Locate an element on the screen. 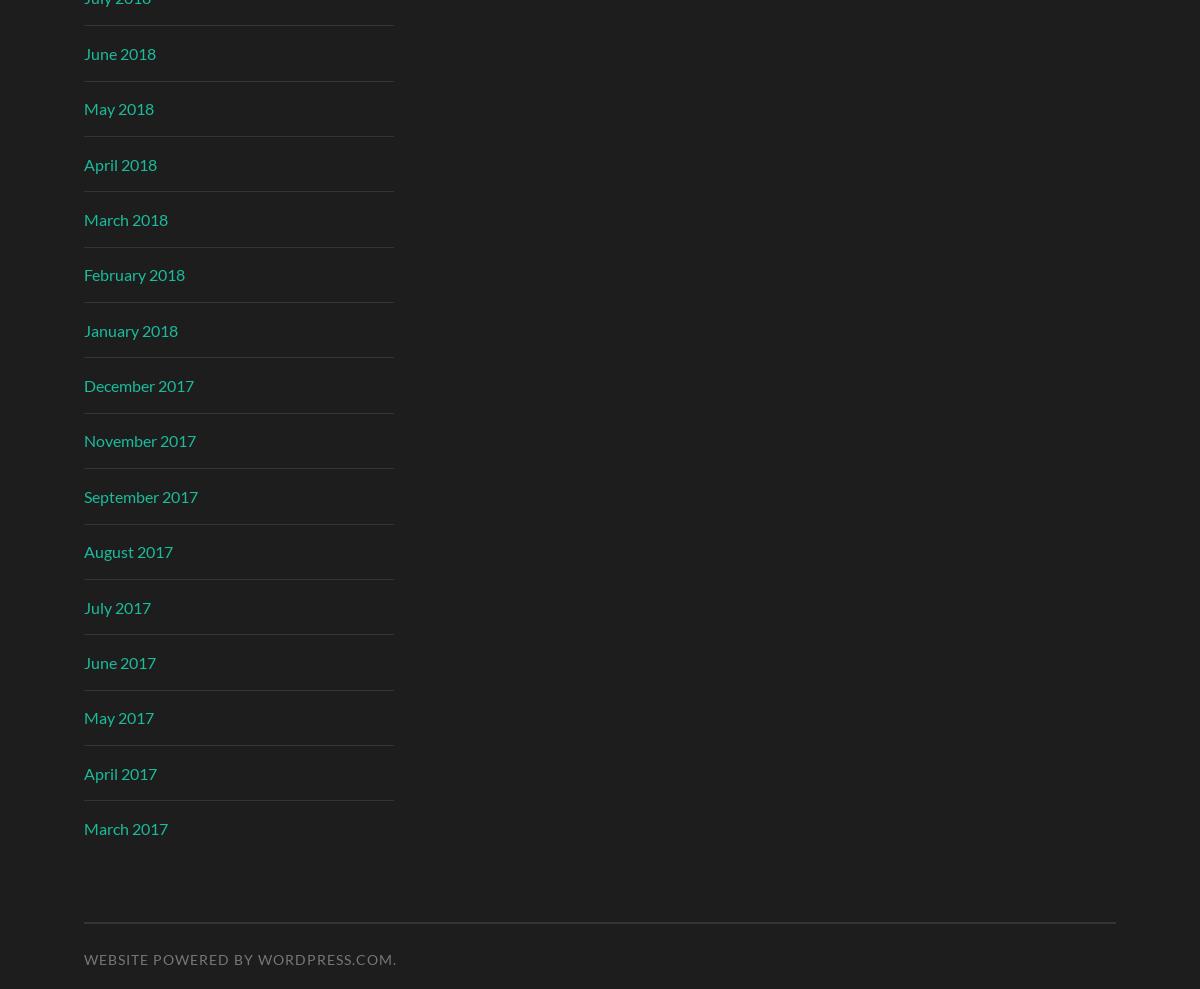 Image resolution: width=1200 pixels, height=989 pixels. 'May 2018' is located at coordinates (119, 108).